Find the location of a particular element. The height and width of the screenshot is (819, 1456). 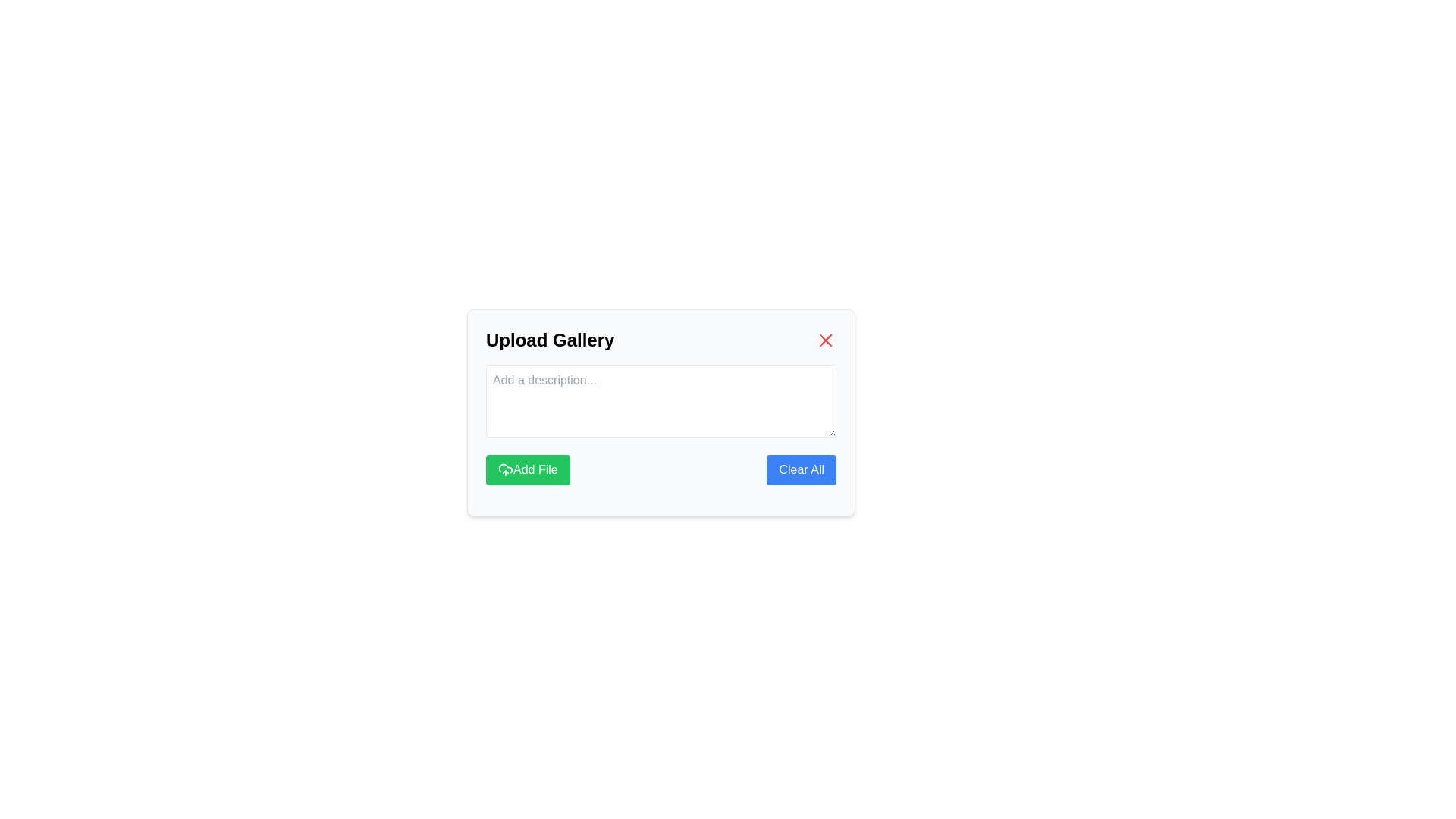

the lower part of the cloud-shaped icon representing the upload feature located at the bottom-left corner of the modal, above the 'Add File' button is located at coordinates (506, 467).